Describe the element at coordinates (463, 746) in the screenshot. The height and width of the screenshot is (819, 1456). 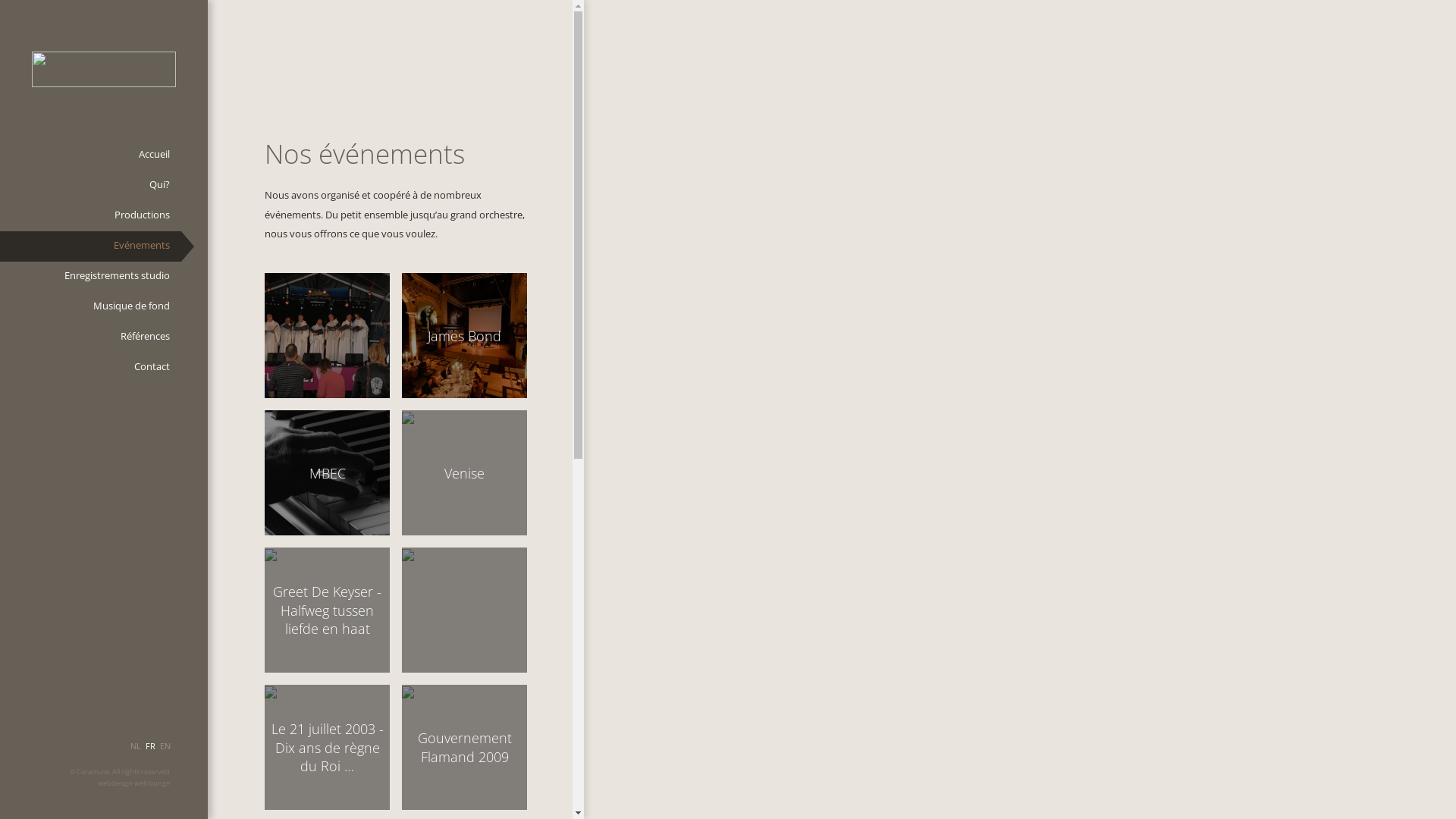
I see `'Gouvernement Flamand 2009'` at that location.